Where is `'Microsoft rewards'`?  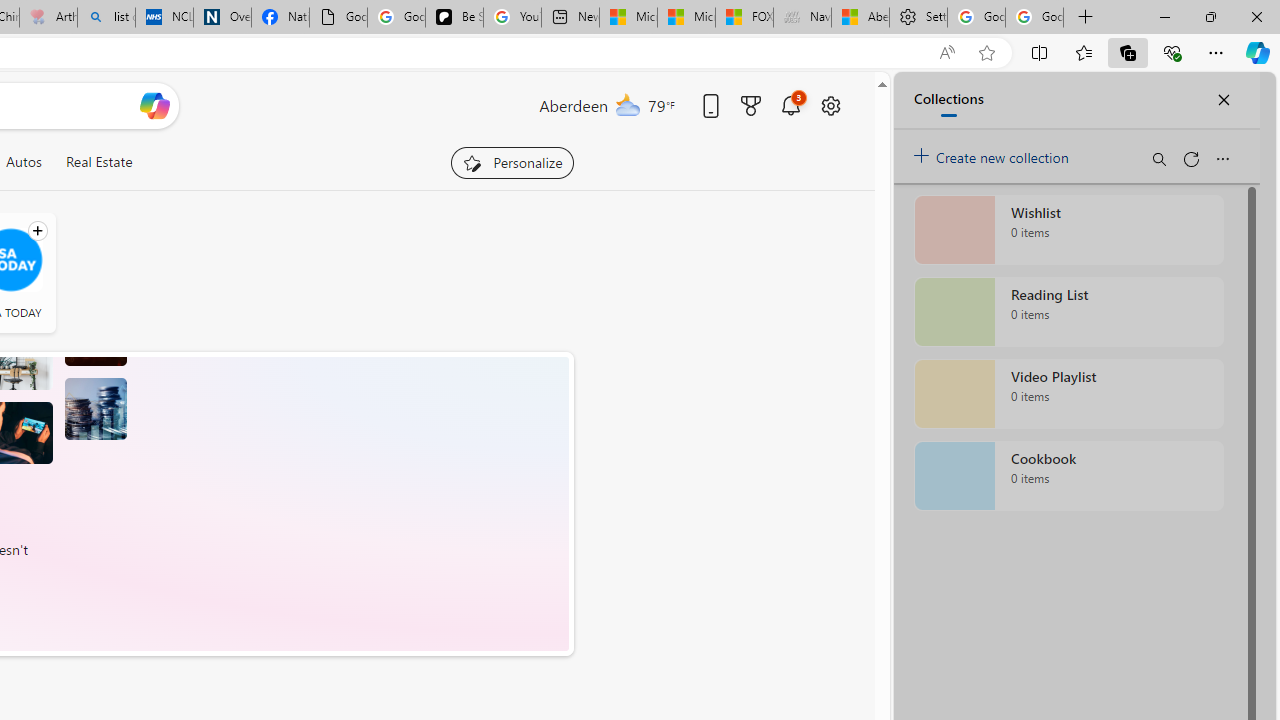
'Microsoft rewards' is located at coordinates (749, 105).